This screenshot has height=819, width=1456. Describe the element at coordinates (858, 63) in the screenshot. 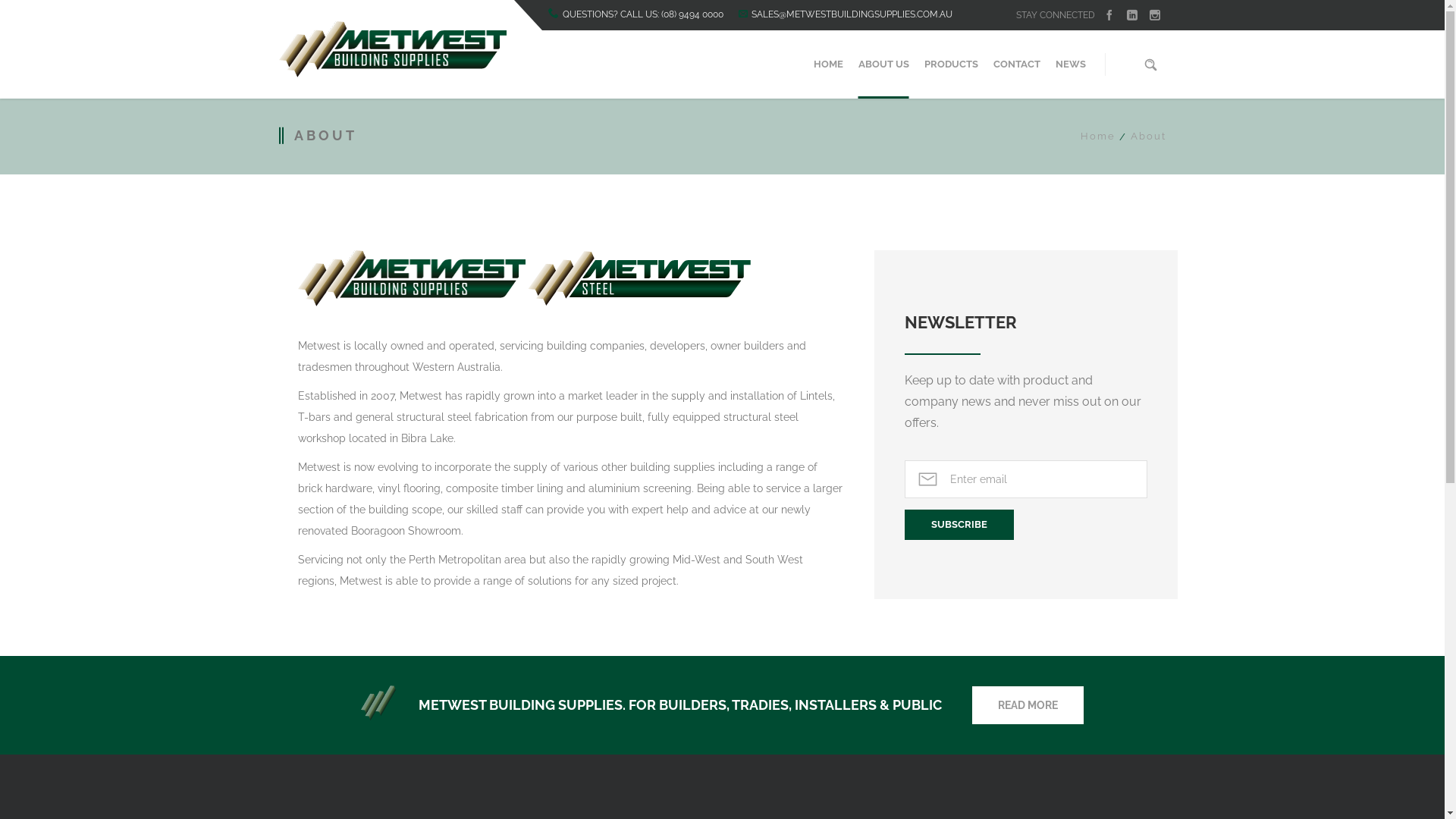

I see `'ABOUT US'` at that location.